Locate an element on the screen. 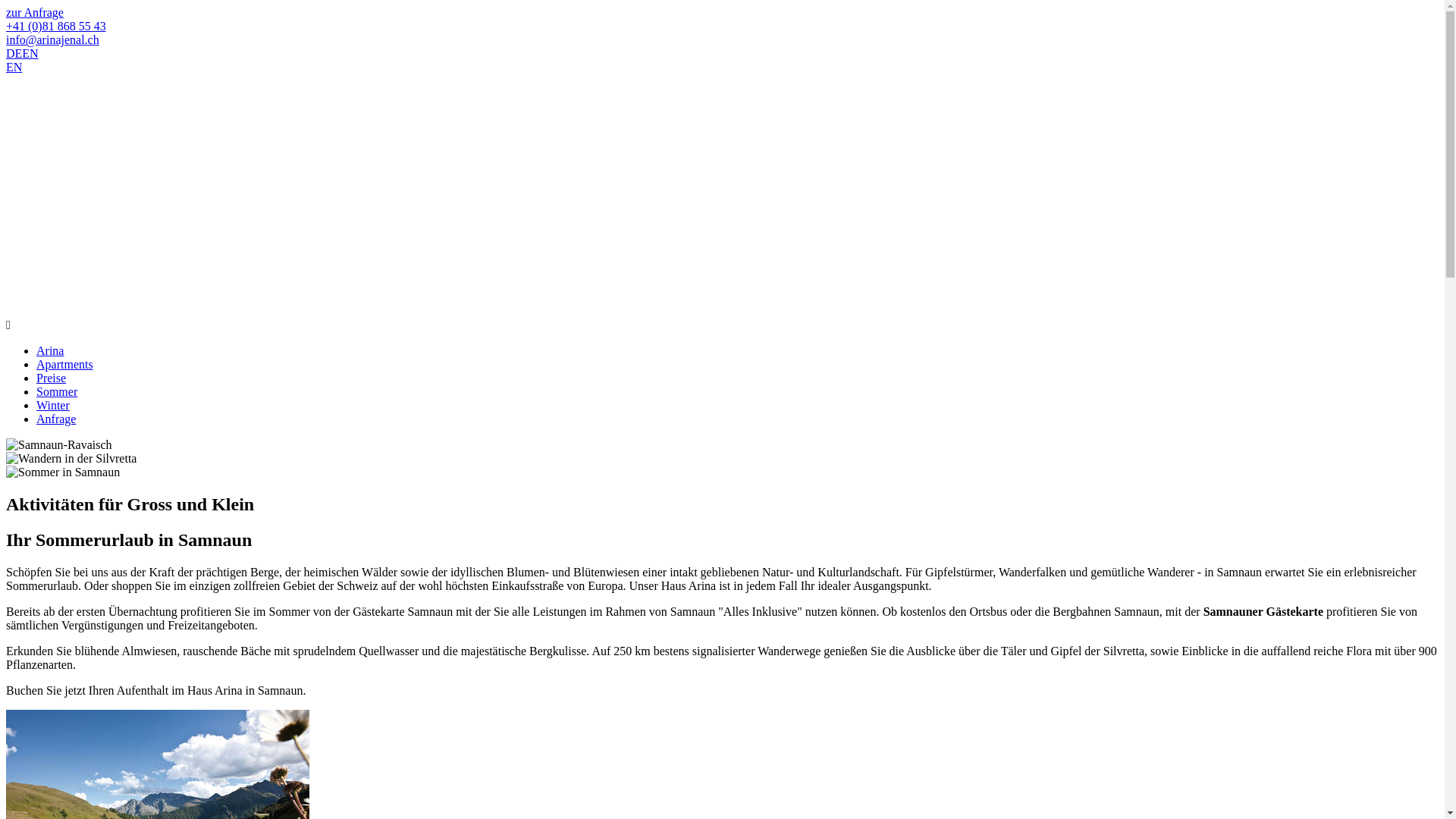  'Apart Garni Arina in Samnaun' is located at coordinates (6, 255).